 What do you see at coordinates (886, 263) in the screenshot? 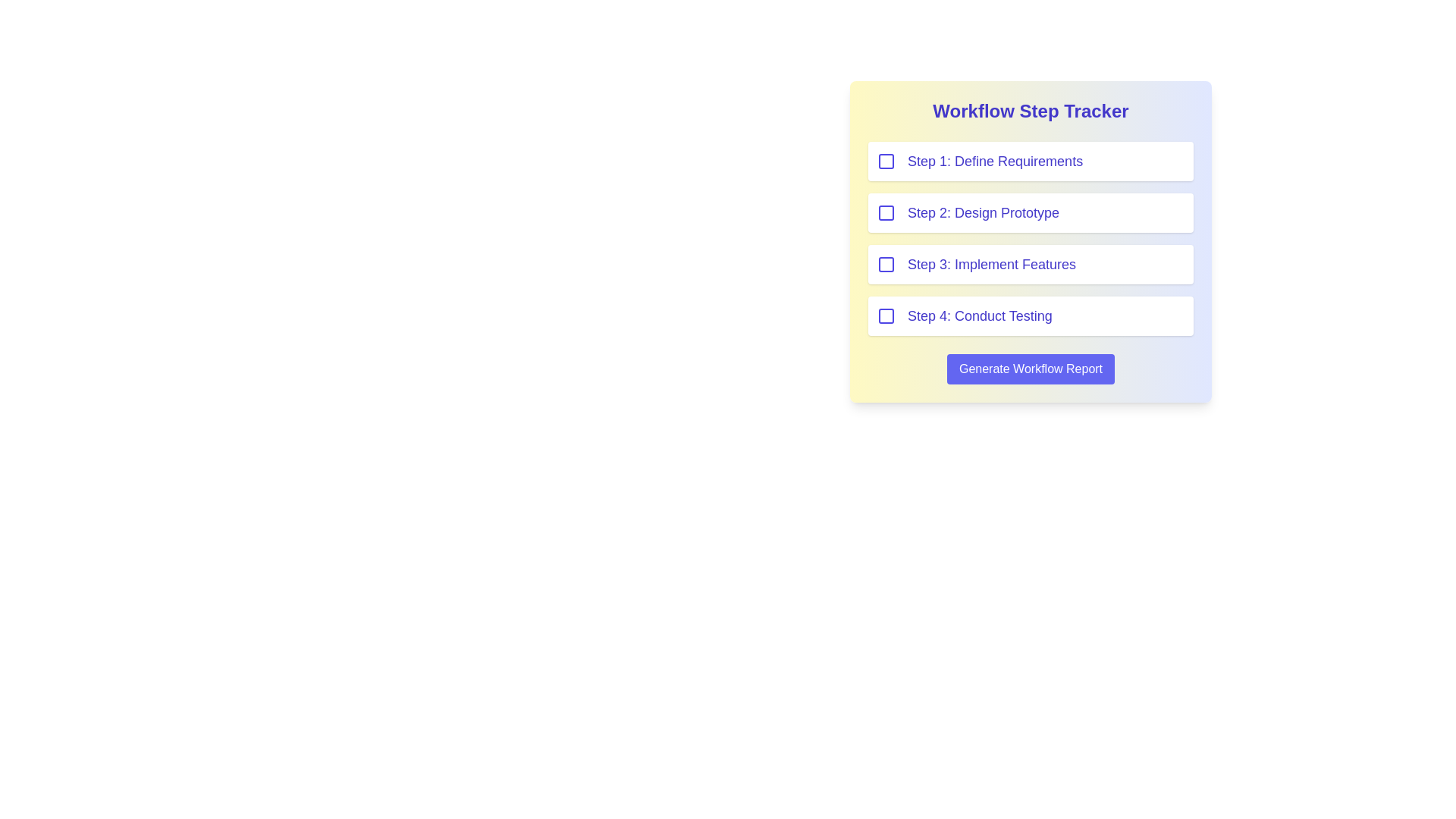
I see `the checkbox for 'Step 3: Implement Features'` at bounding box center [886, 263].